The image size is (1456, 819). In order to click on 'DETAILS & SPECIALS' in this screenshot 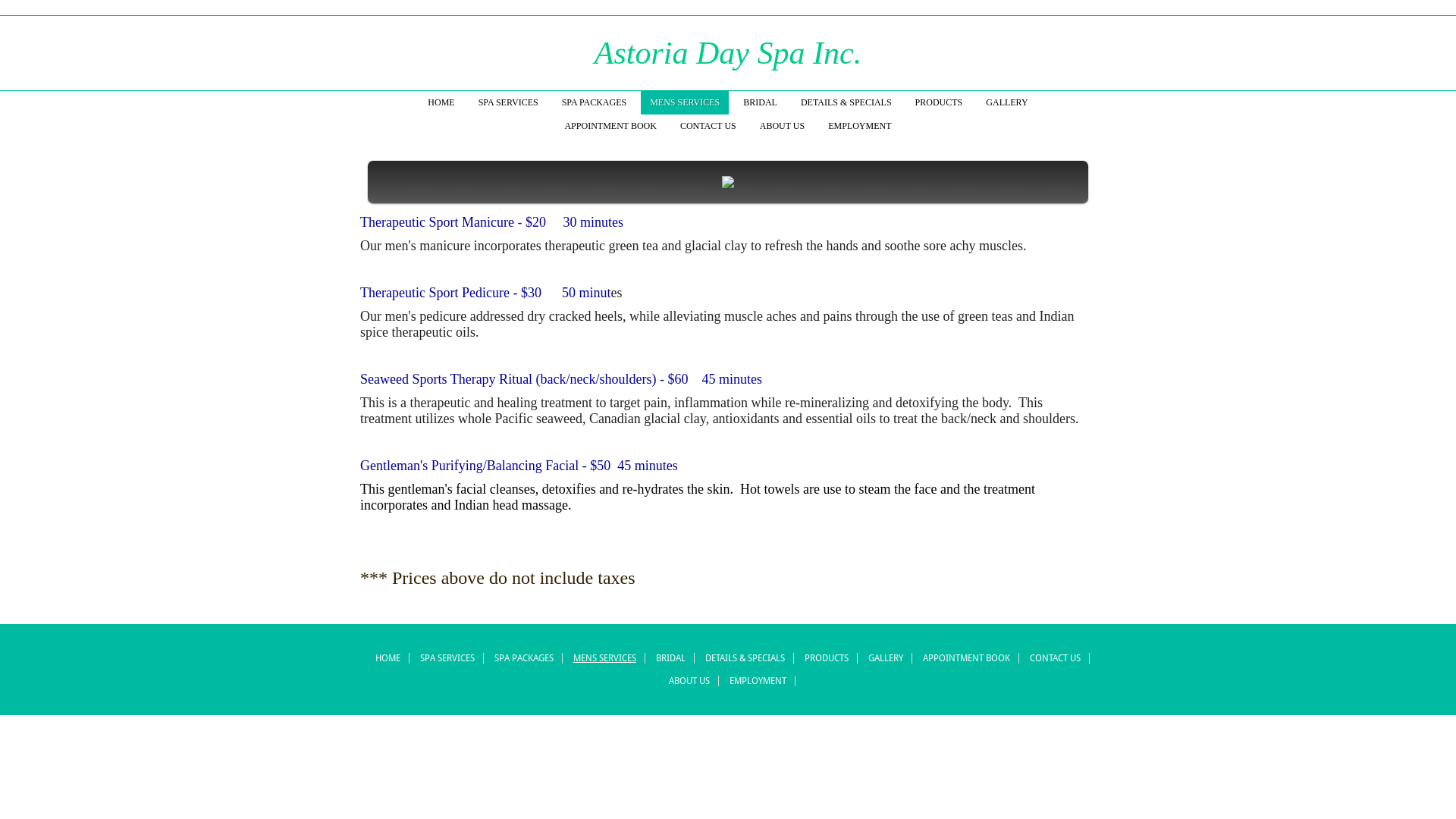, I will do `click(846, 102)`.